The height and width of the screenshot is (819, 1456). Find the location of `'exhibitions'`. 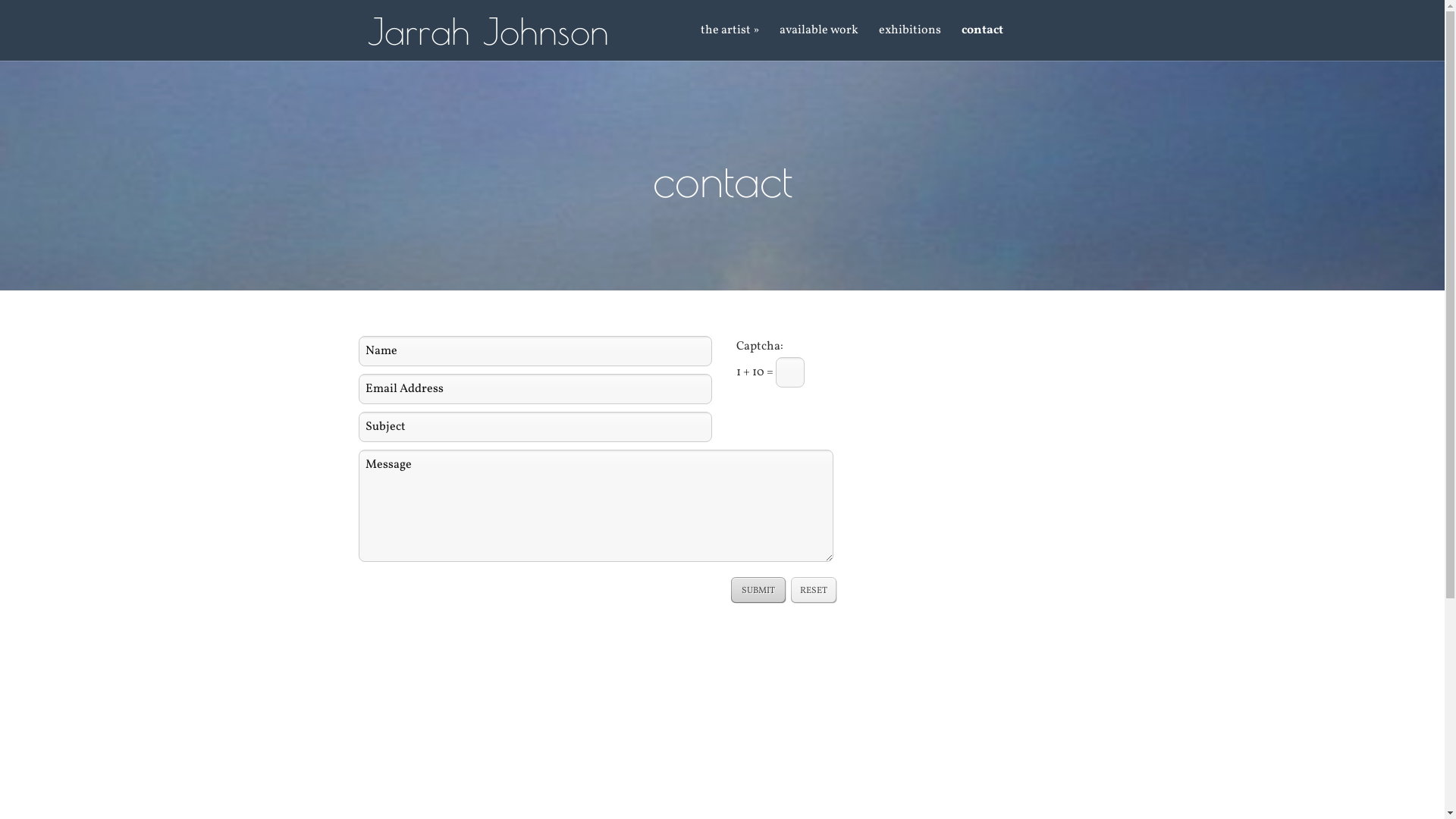

'exhibitions' is located at coordinates (910, 42).